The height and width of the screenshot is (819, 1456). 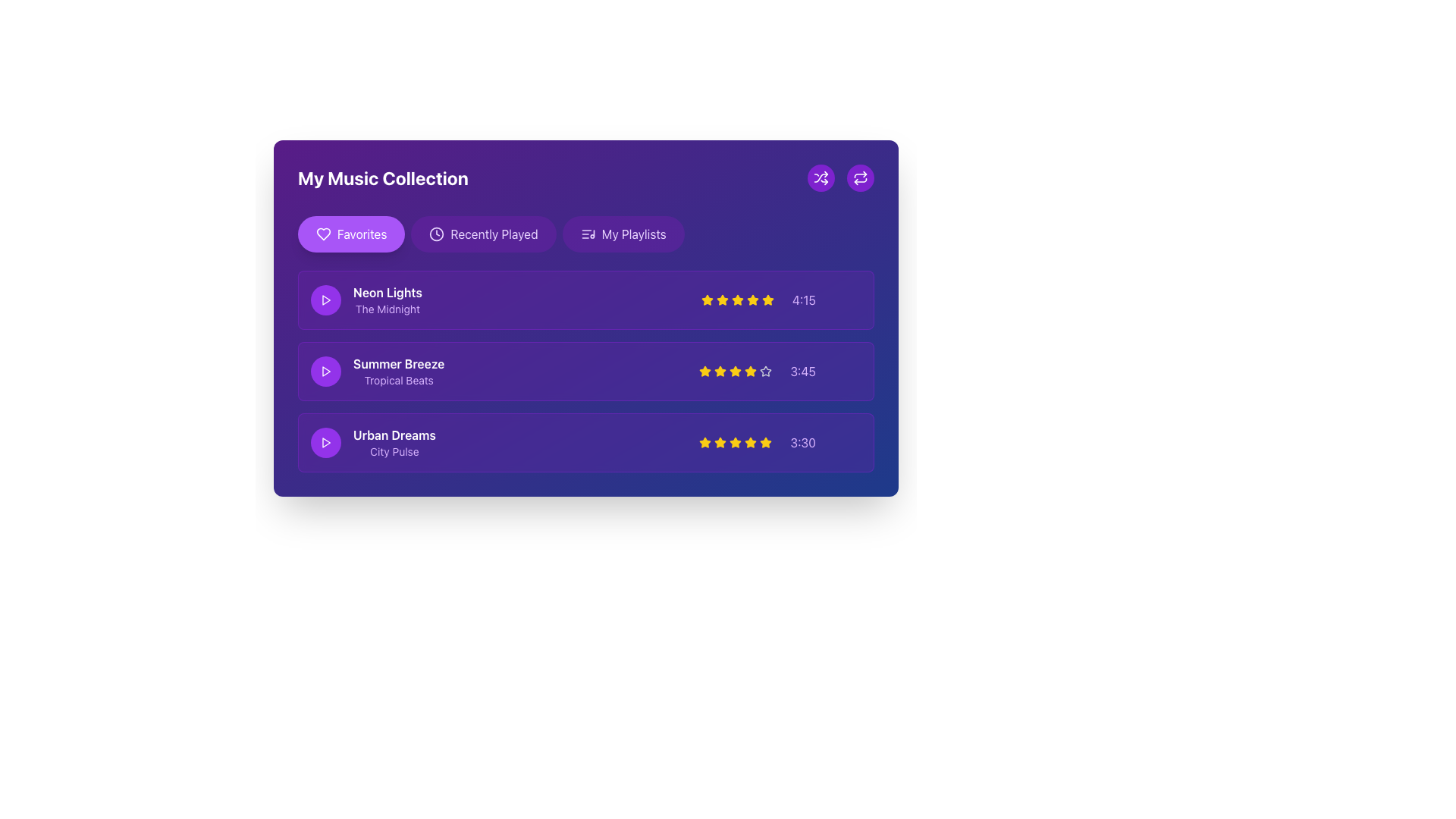 I want to click on the text label providing additional information below 'Neon Lights' in the music collection interface, so click(x=388, y=309).